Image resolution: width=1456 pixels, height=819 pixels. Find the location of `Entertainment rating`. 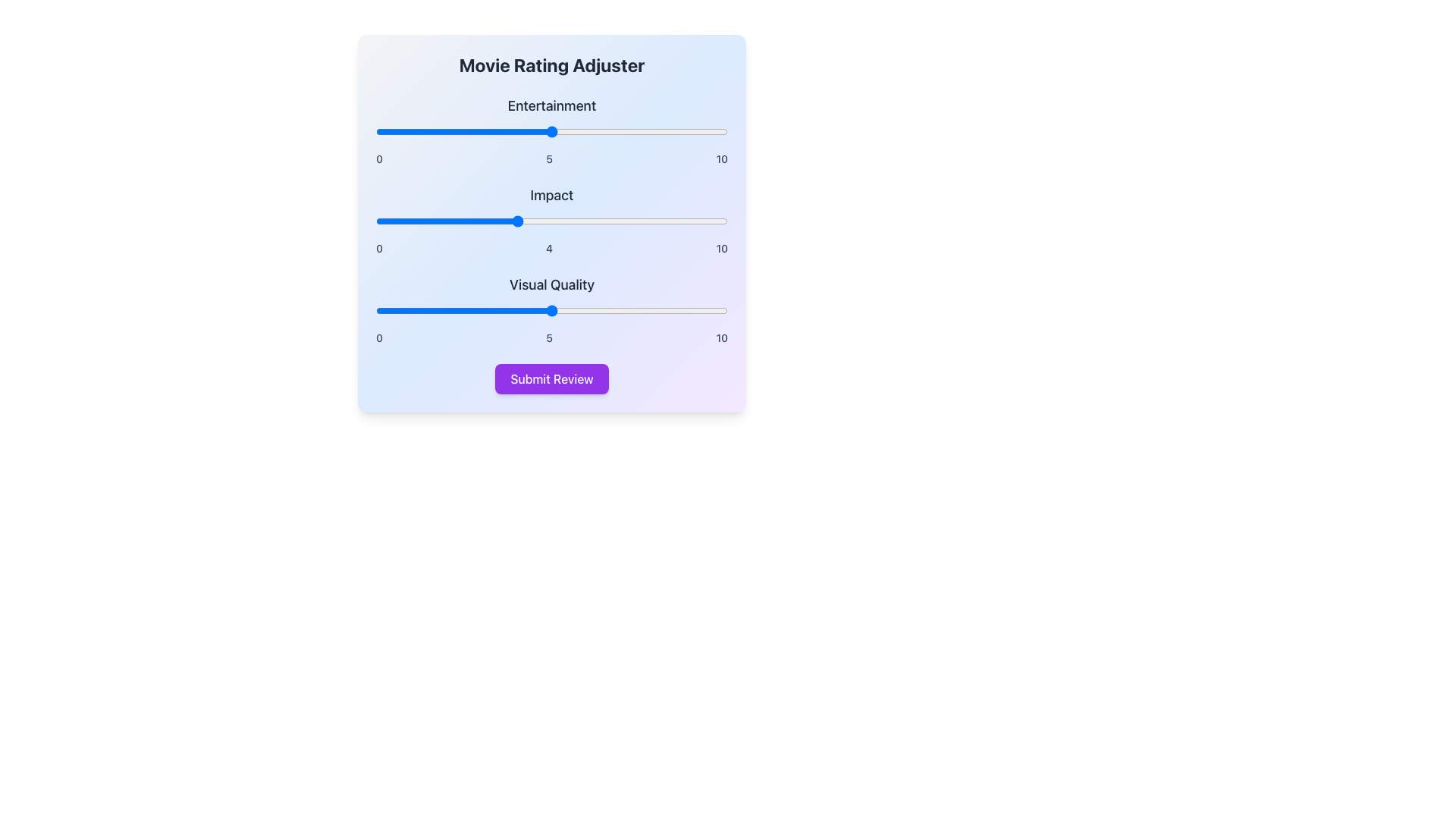

Entertainment rating is located at coordinates (411, 130).